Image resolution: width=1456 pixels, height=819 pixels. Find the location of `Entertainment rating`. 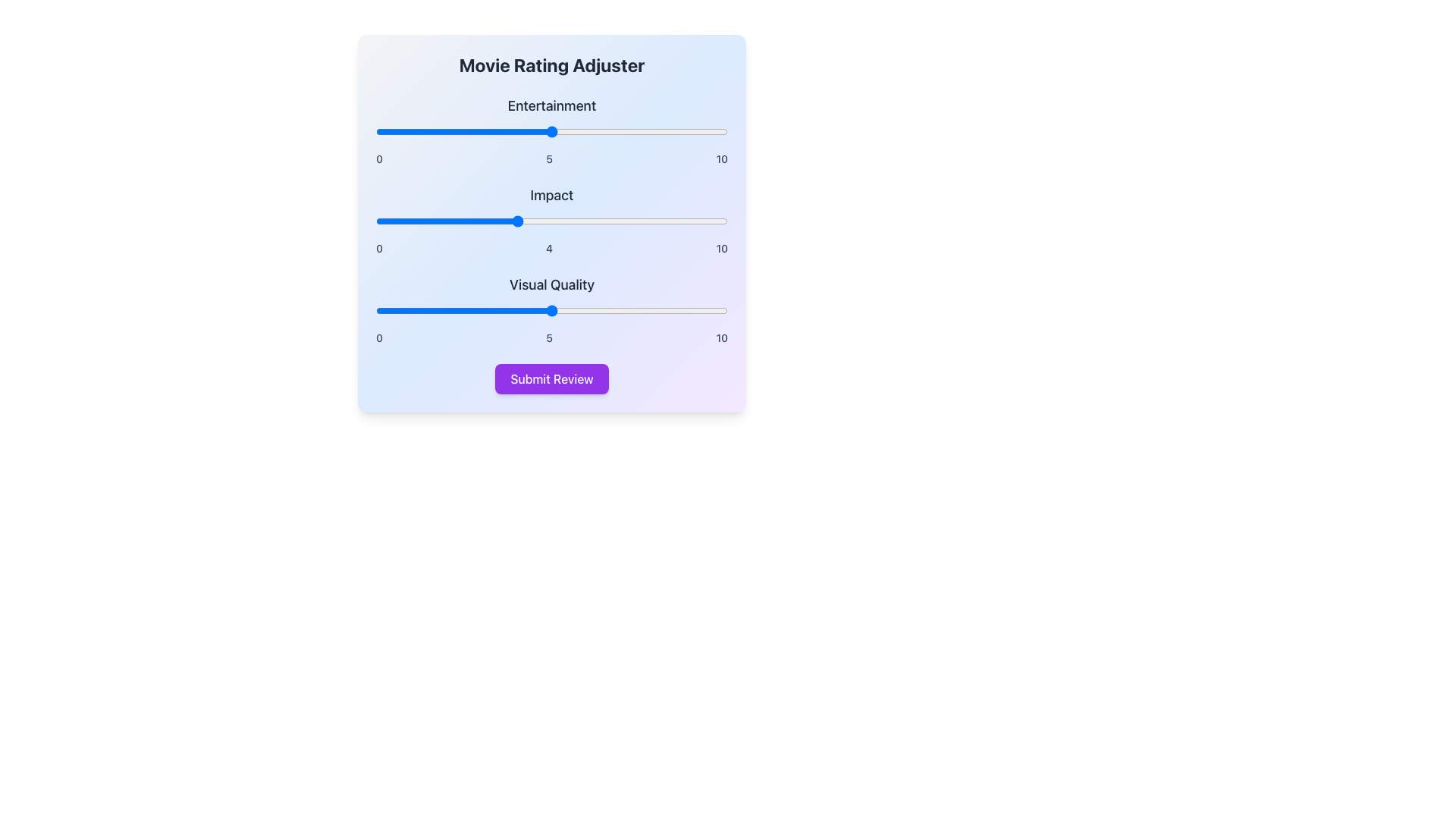

Entertainment rating is located at coordinates (411, 130).